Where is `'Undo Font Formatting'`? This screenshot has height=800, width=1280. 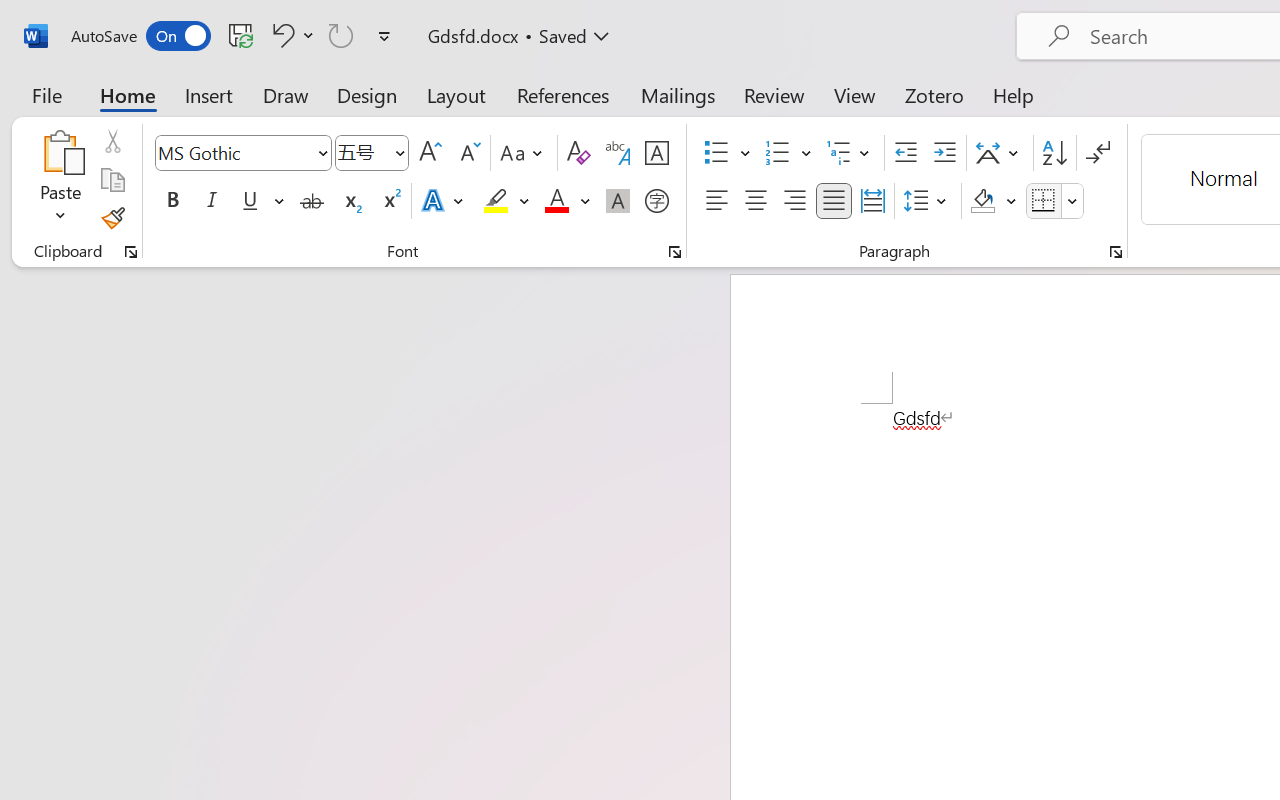 'Undo Font Formatting' is located at coordinates (279, 34).